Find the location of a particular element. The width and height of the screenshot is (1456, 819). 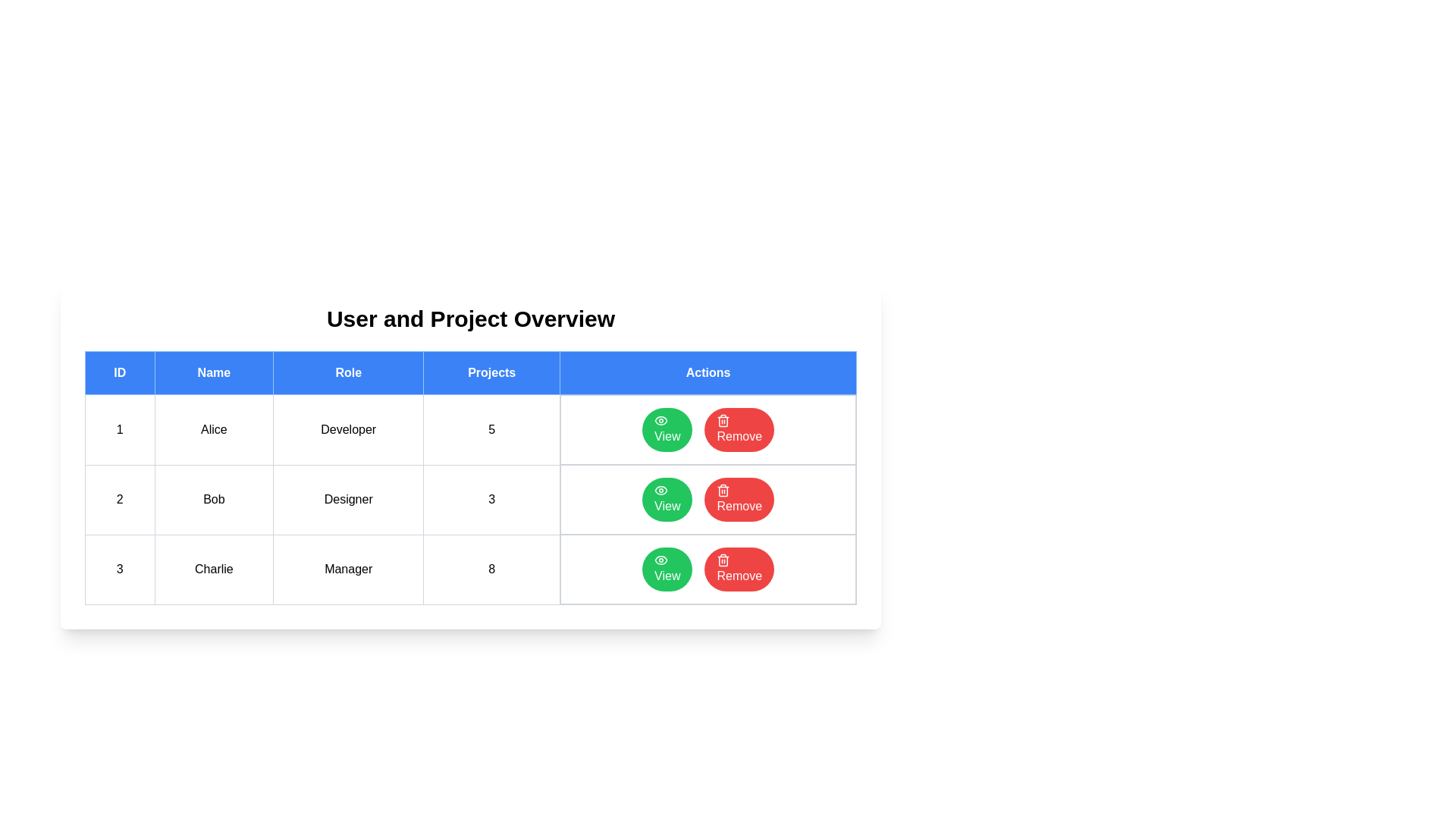

the row corresponding to 1 is located at coordinates (469, 429).